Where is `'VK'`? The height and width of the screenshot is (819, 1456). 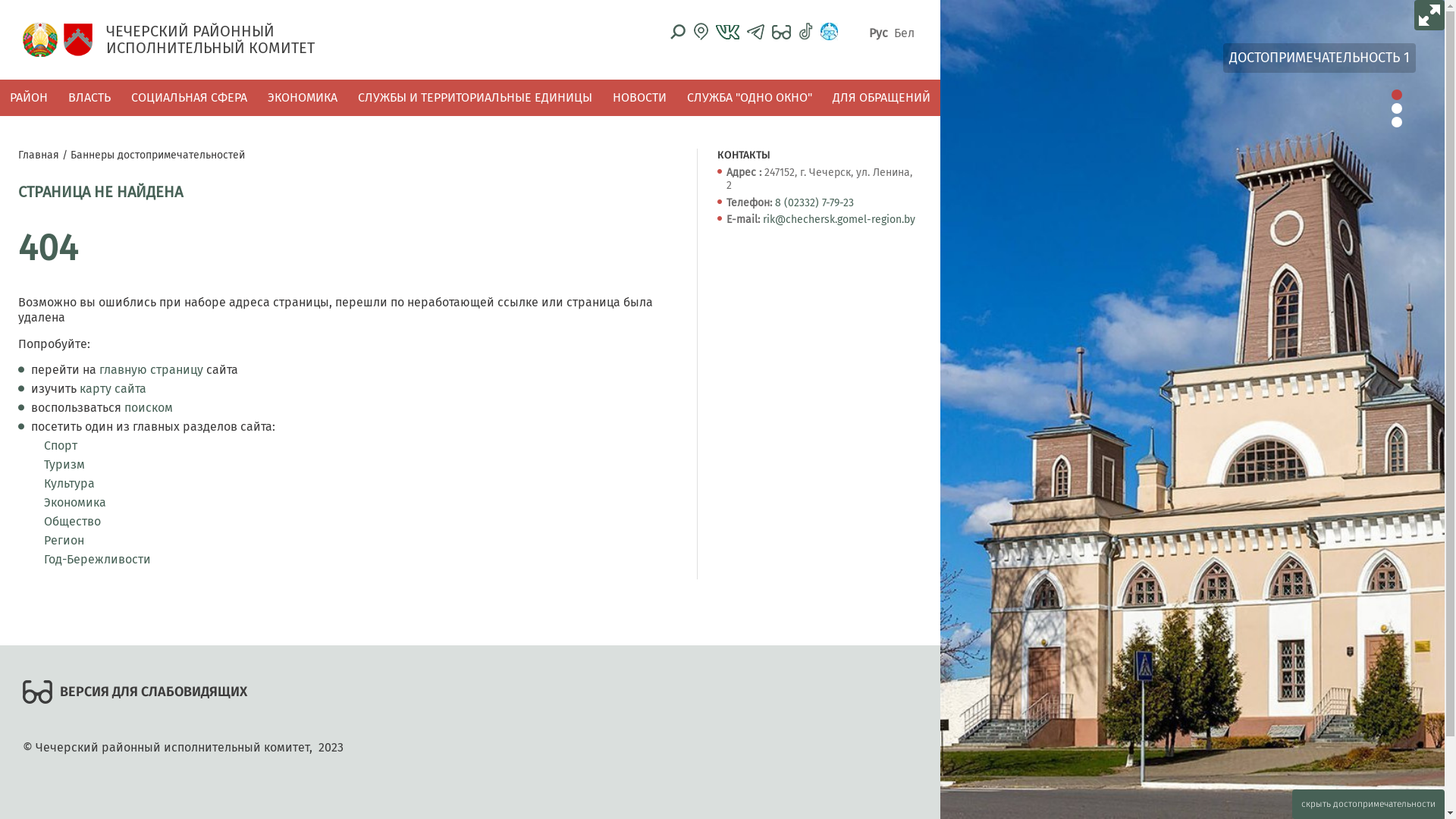 'VK' is located at coordinates (715, 31).